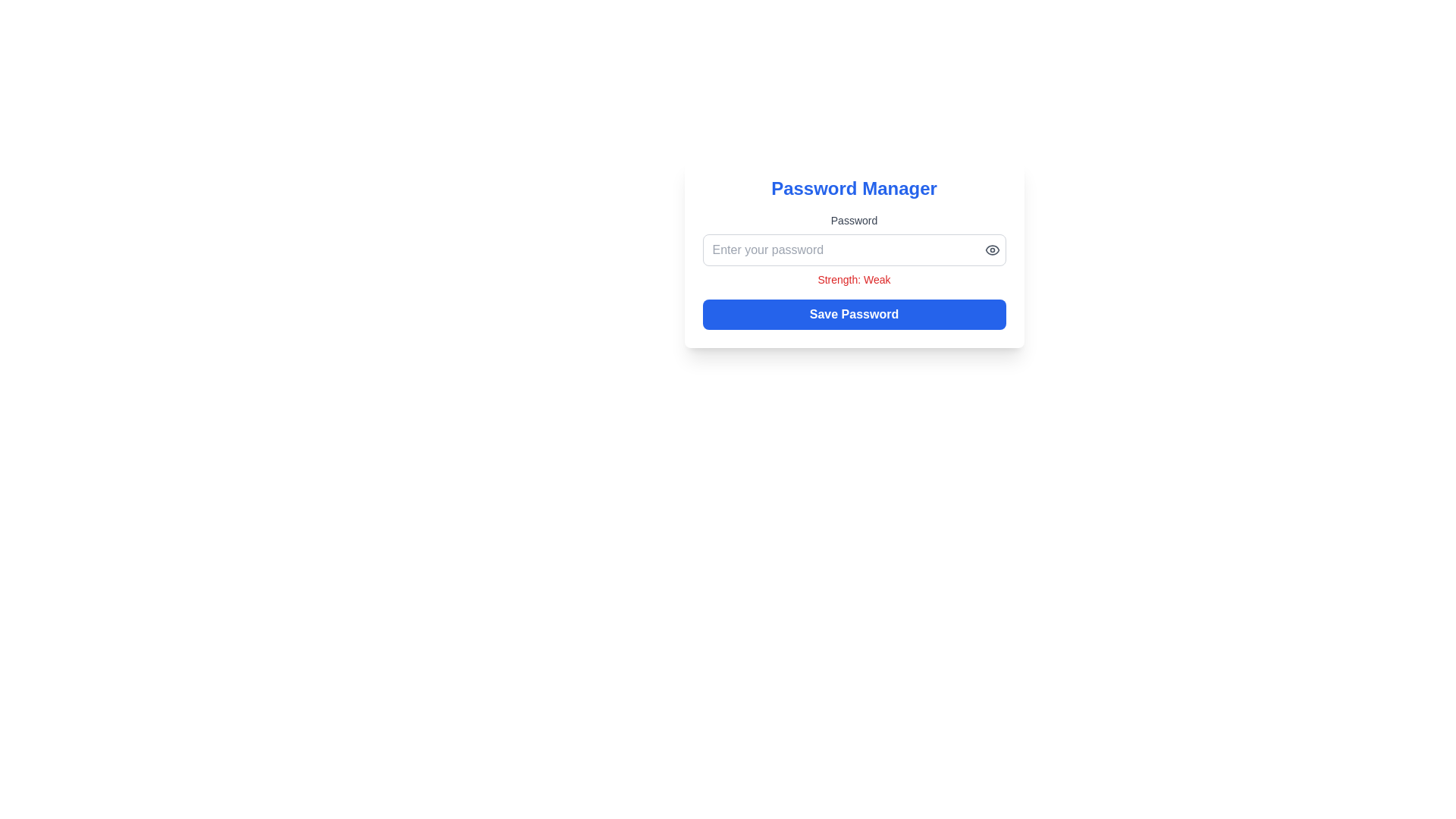  Describe the element at coordinates (992, 249) in the screenshot. I see `the eye icon button at the far-right end of the password input field` at that location.